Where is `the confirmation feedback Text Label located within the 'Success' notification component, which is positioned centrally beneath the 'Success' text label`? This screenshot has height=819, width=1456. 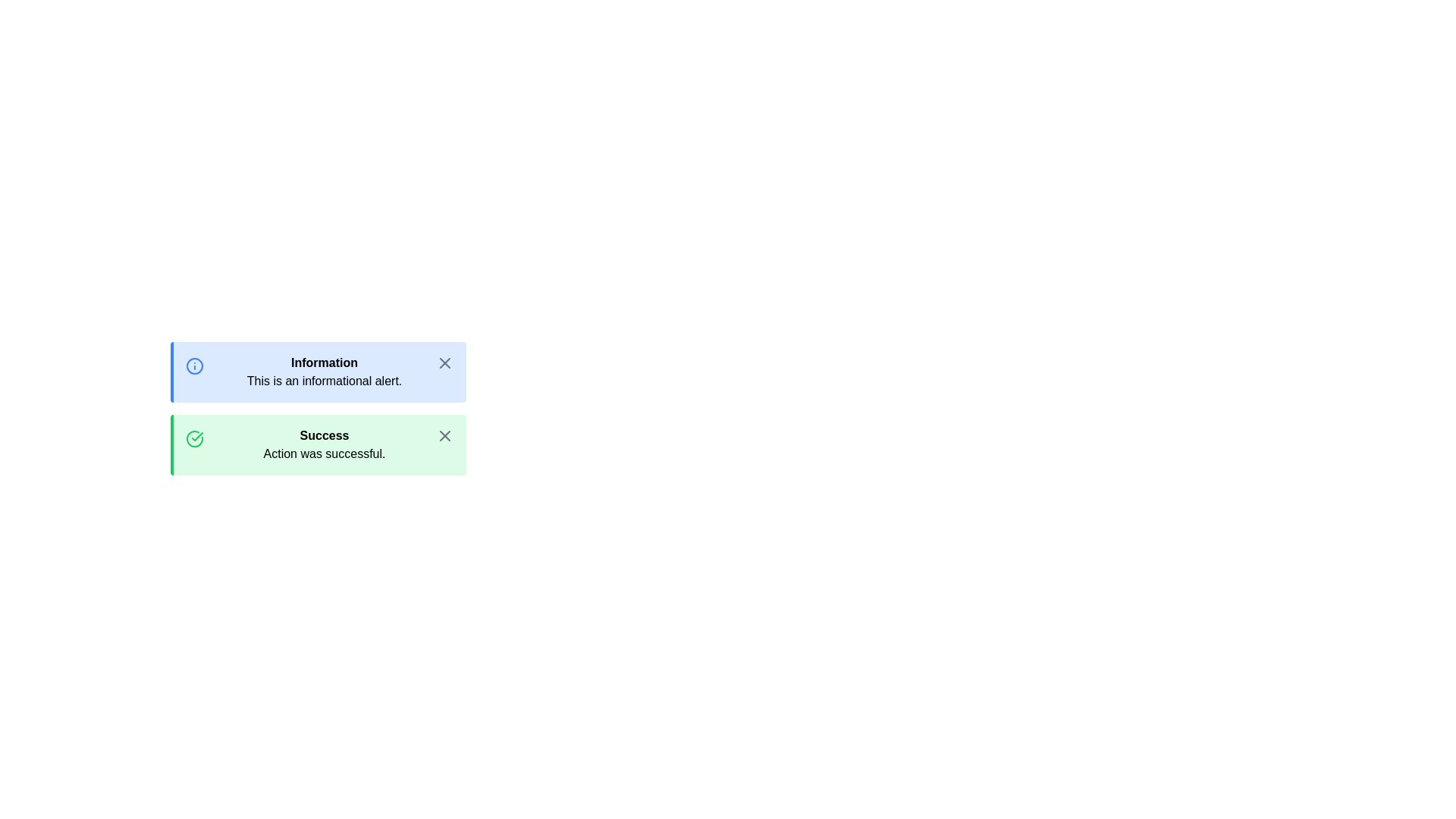
the confirmation feedback Text Label located within the 'Success' notification component, which is positioned centrally beneath the 'Success' text label is located at coordinates (323, 453).